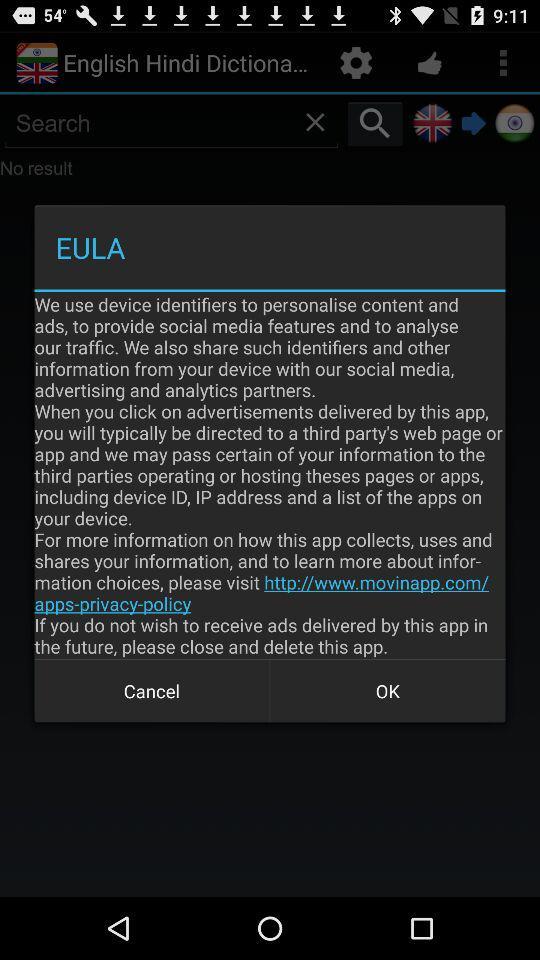 The width and height of the screenshot is (540, 960). Describe the element at coordinates (151, 691) in the screenshot. I see `the button next to the ok` at that location.